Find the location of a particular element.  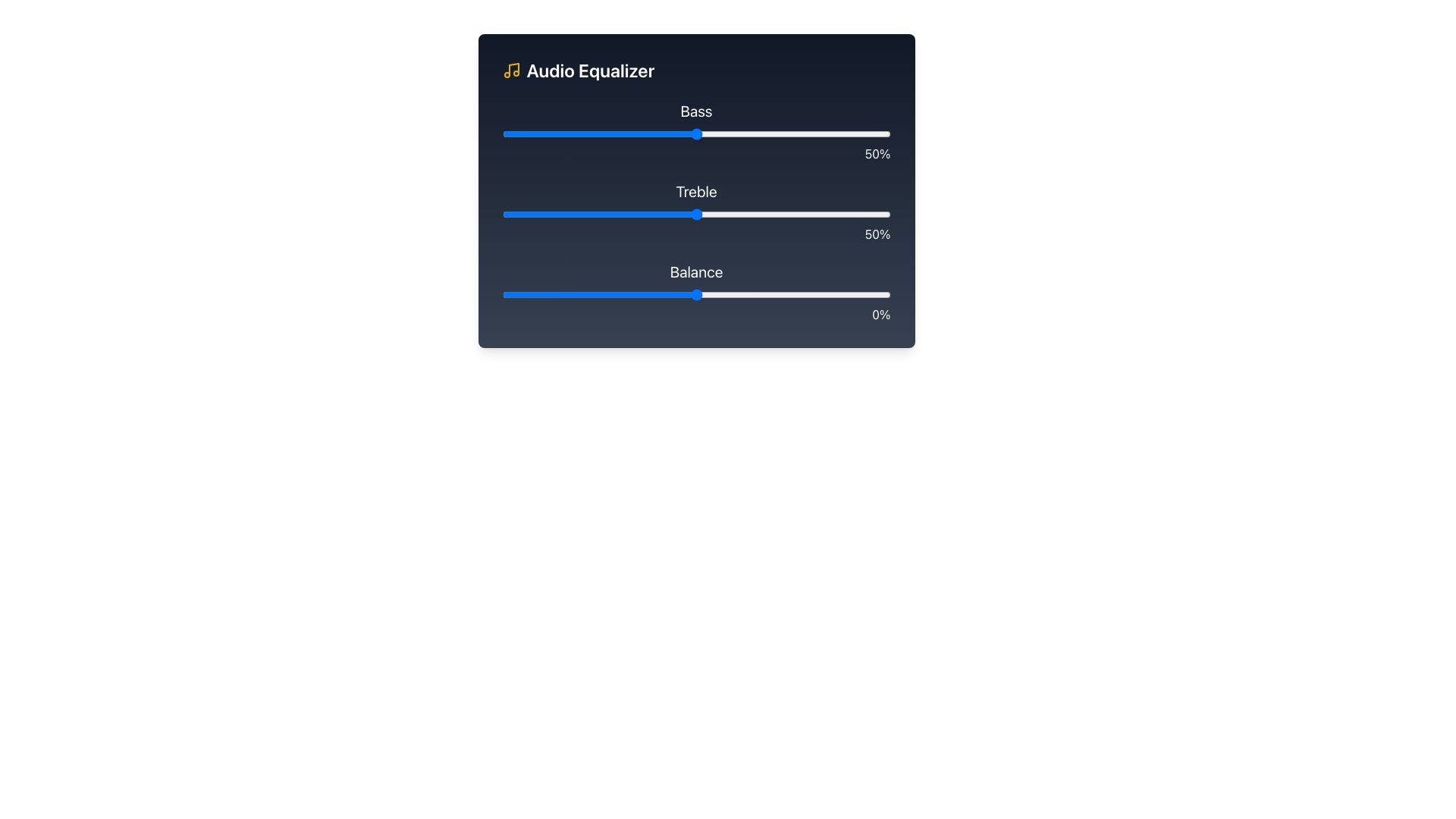

the Text Label displaying '50%' which is aligned to the right below the Bass slider is located at coordinates (695, 154).